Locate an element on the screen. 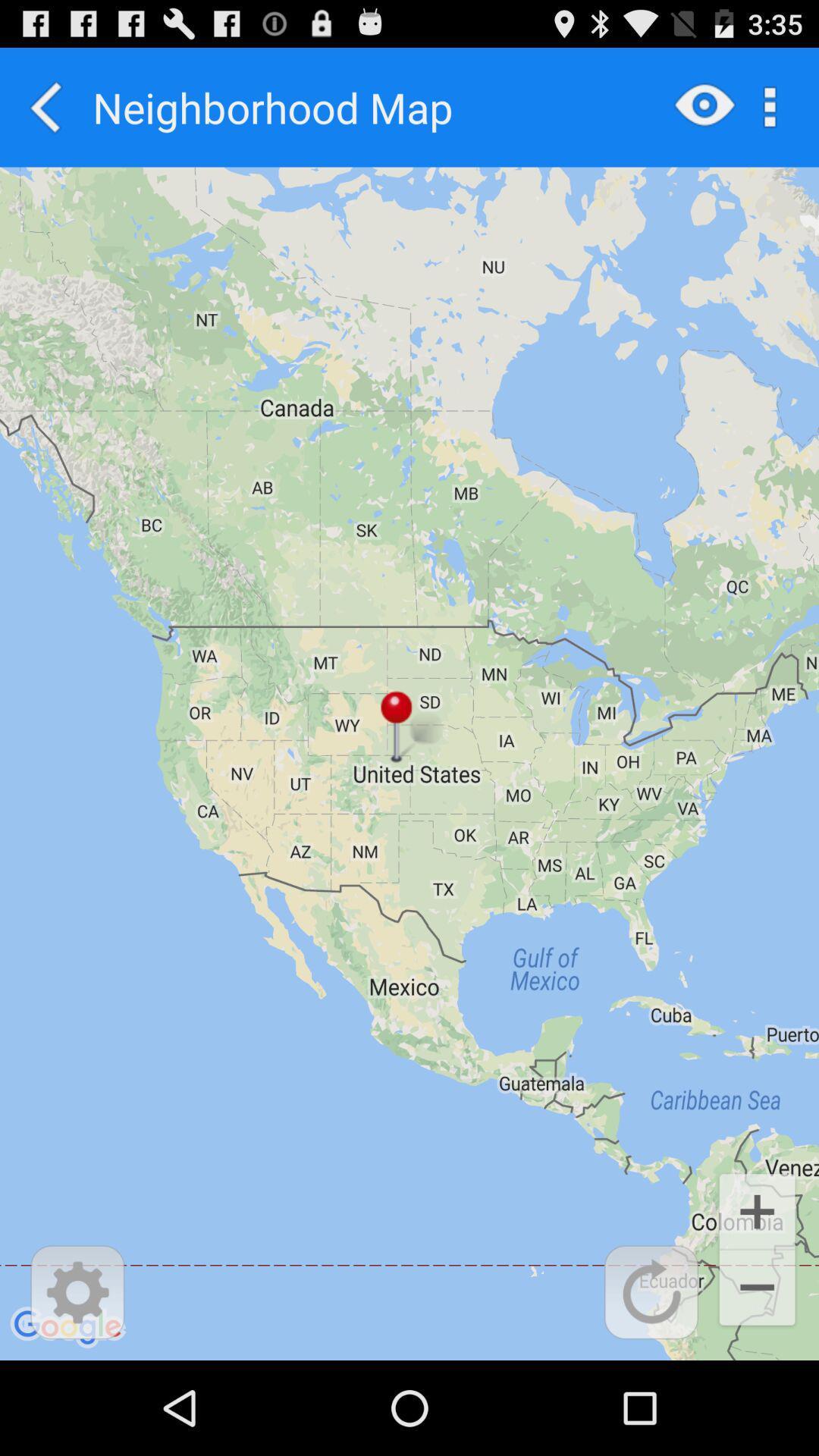 This screenshot has height=1456, width=819. the refresh icon is located at coordinates (651, 1383).